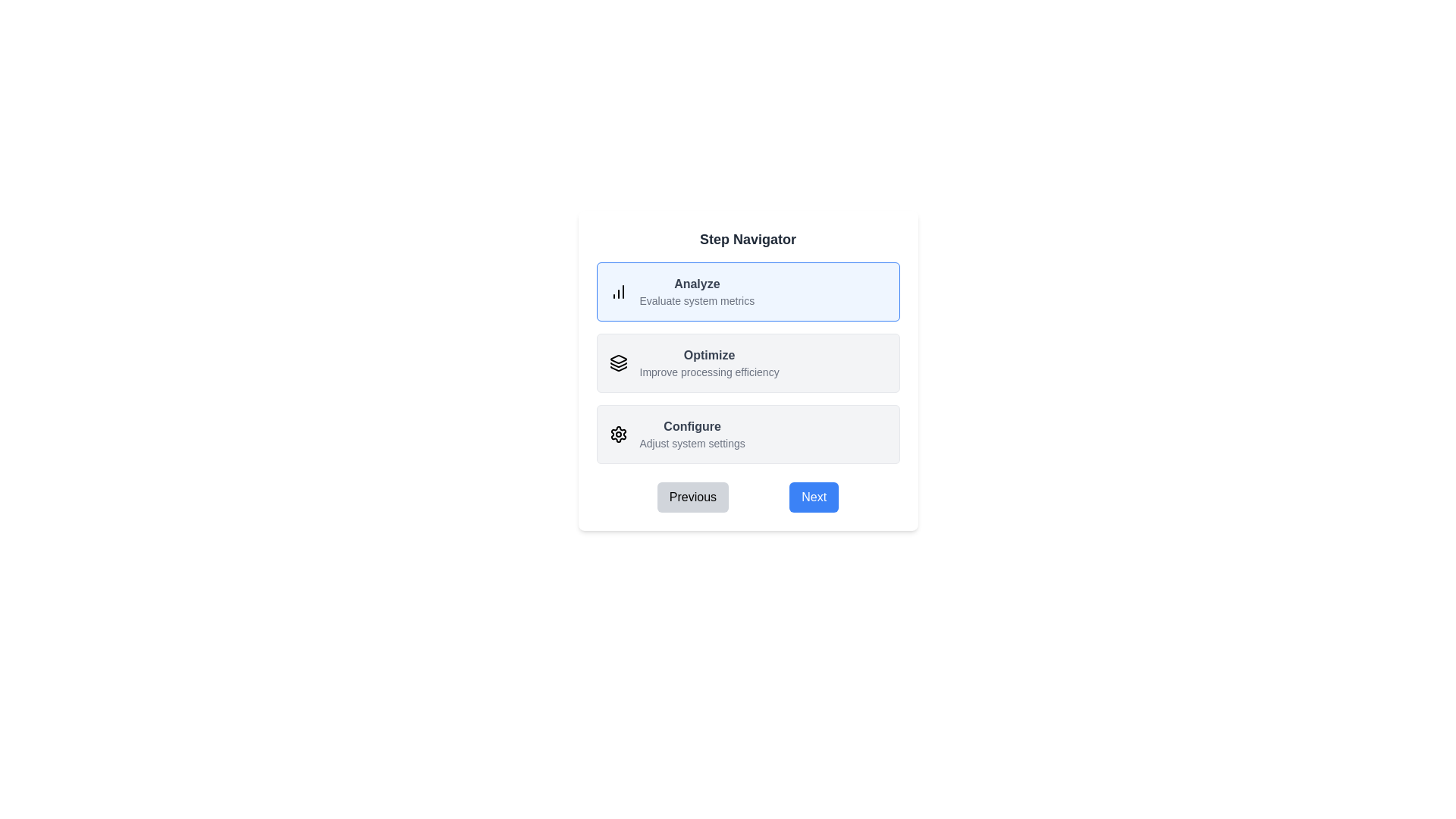 The image size is (1456, 819). What do you see at coordinates (618, 359) in the screenshot?
I see `the topmost decorative diamond-shaped graphic icon that is part of a layered icon set located near the 'Optimize' button` at bounding box center [618, 359].